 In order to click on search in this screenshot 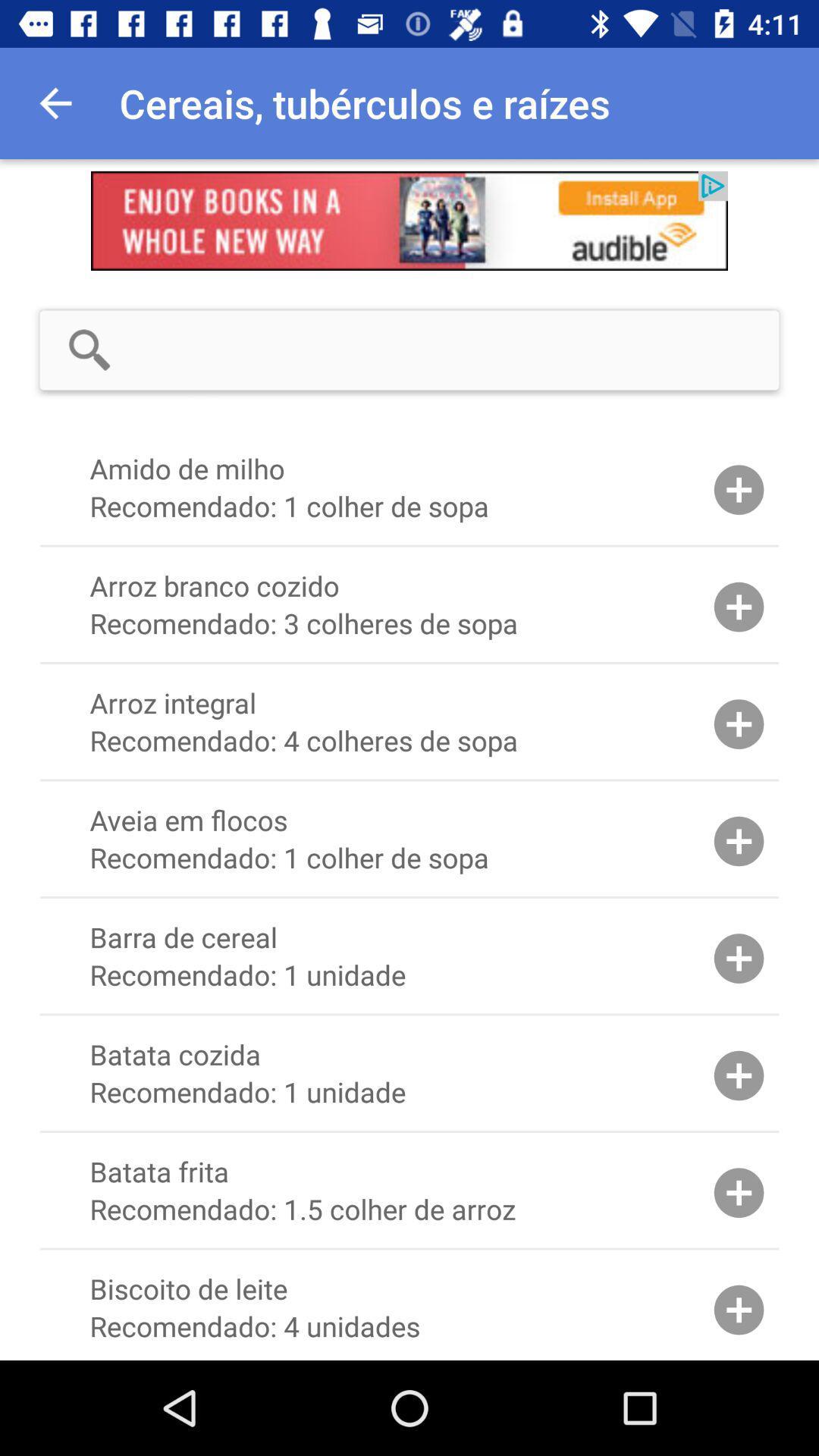, I will do `click(458, 349)`.